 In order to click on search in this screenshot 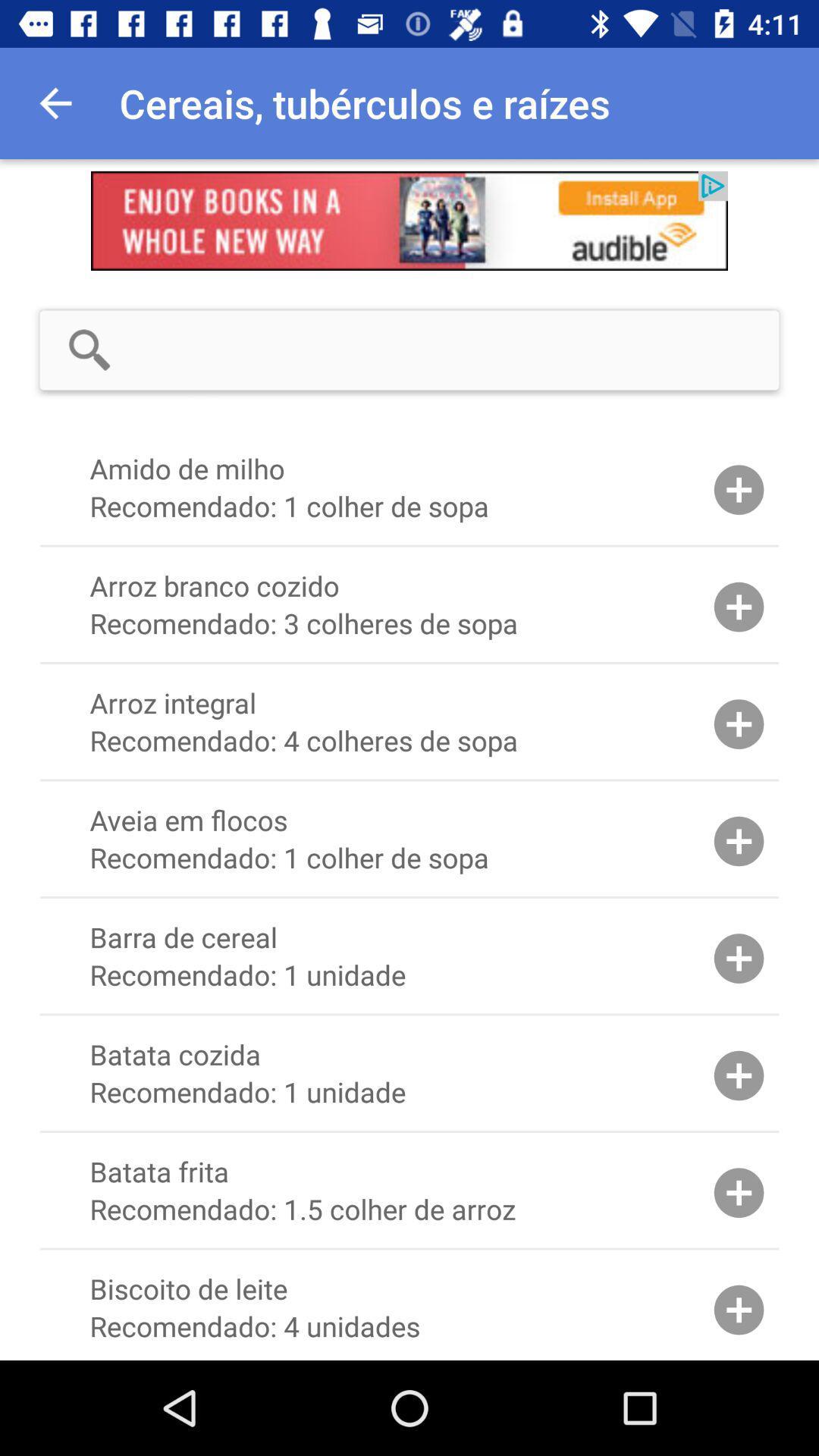, I will do `click(458, 349)`.